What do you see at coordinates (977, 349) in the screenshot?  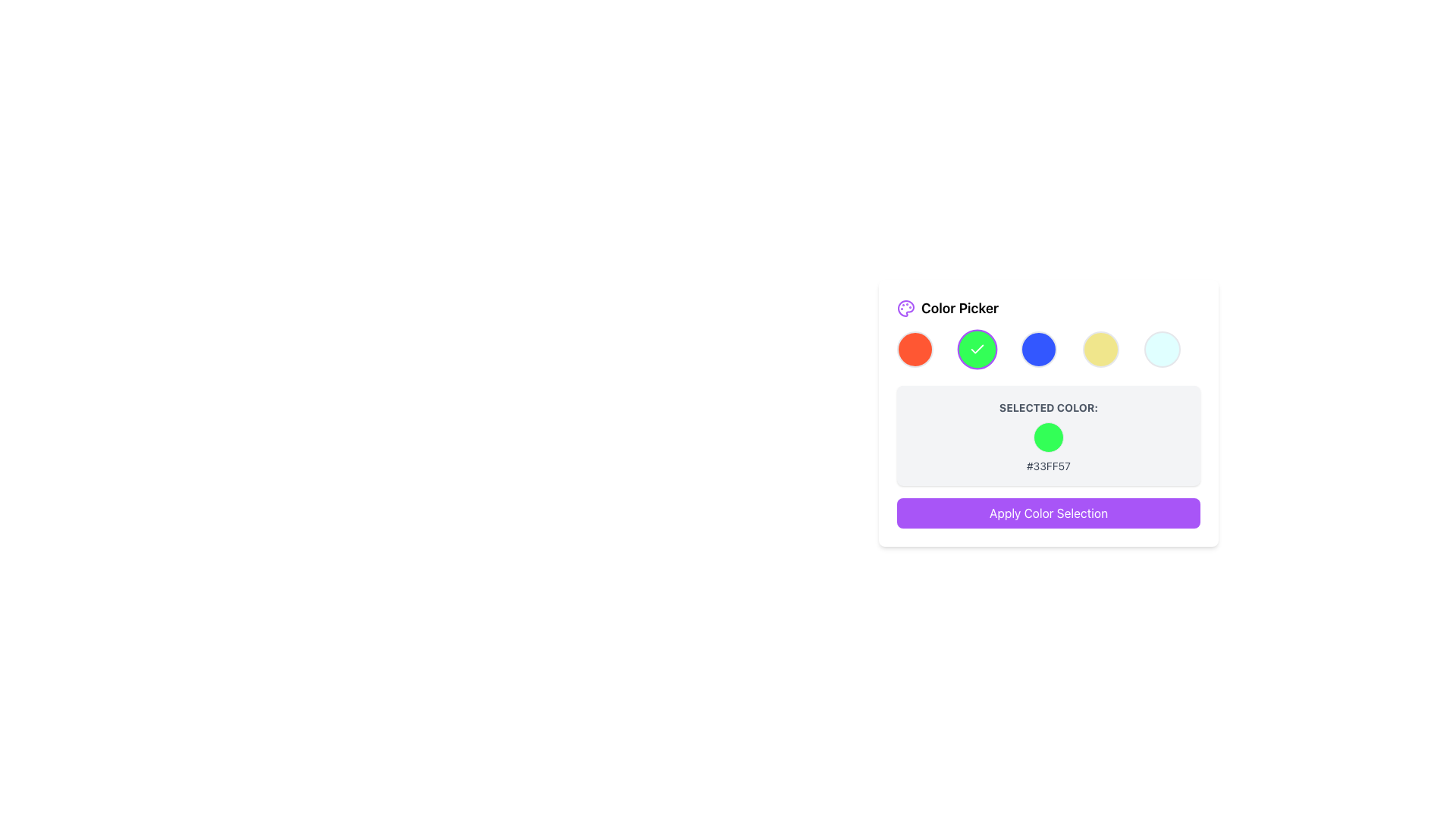 I see `the graphical indicator (check mark) within the green circle of the color picker` at bounding box center [977, 349].